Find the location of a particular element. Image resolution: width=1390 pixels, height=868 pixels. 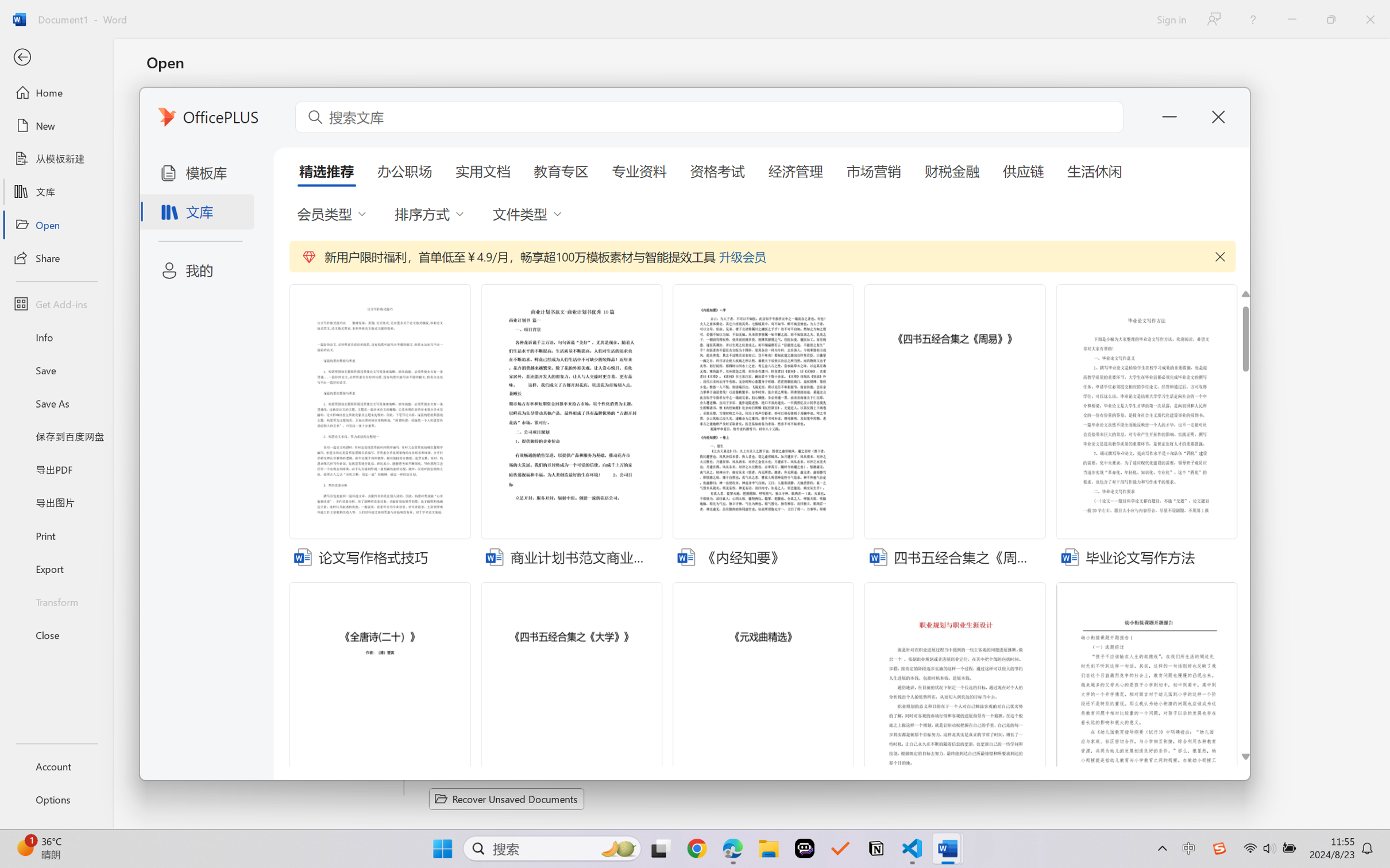

'Account' is located at coordinates (56, 766).